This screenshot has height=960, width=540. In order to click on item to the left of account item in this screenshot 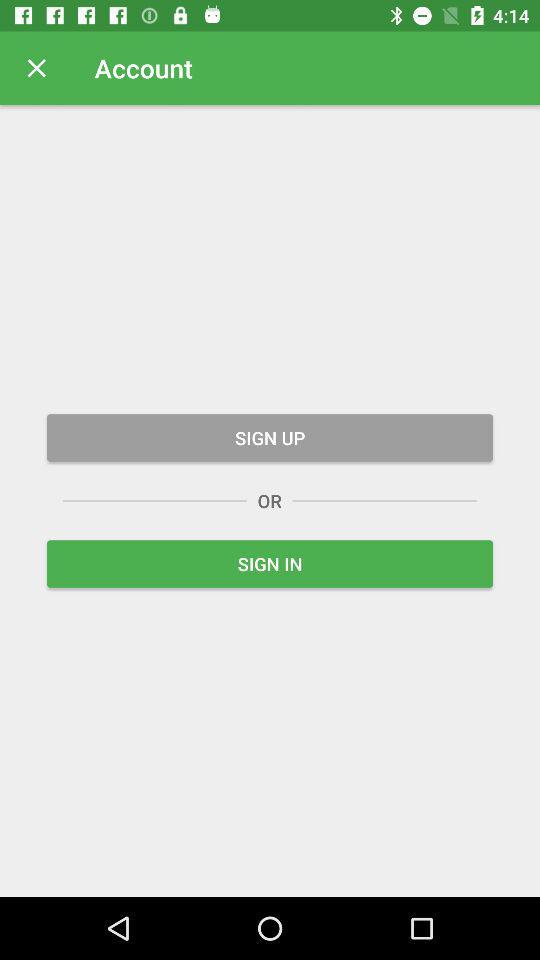, I will do `click(36, 68)`.